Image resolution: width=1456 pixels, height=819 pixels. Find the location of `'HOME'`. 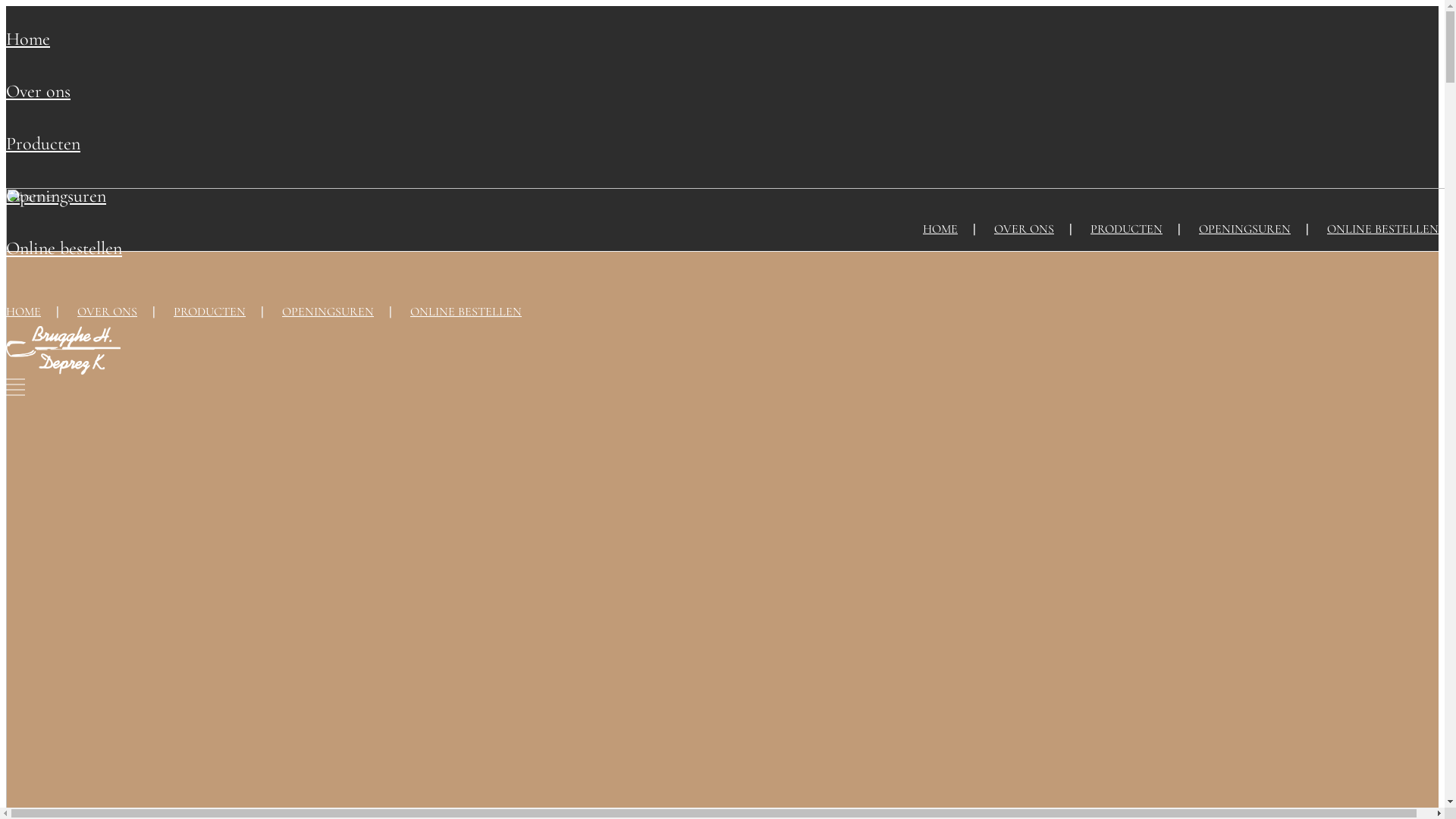

'HOME' is located at coordinates (6, 311).